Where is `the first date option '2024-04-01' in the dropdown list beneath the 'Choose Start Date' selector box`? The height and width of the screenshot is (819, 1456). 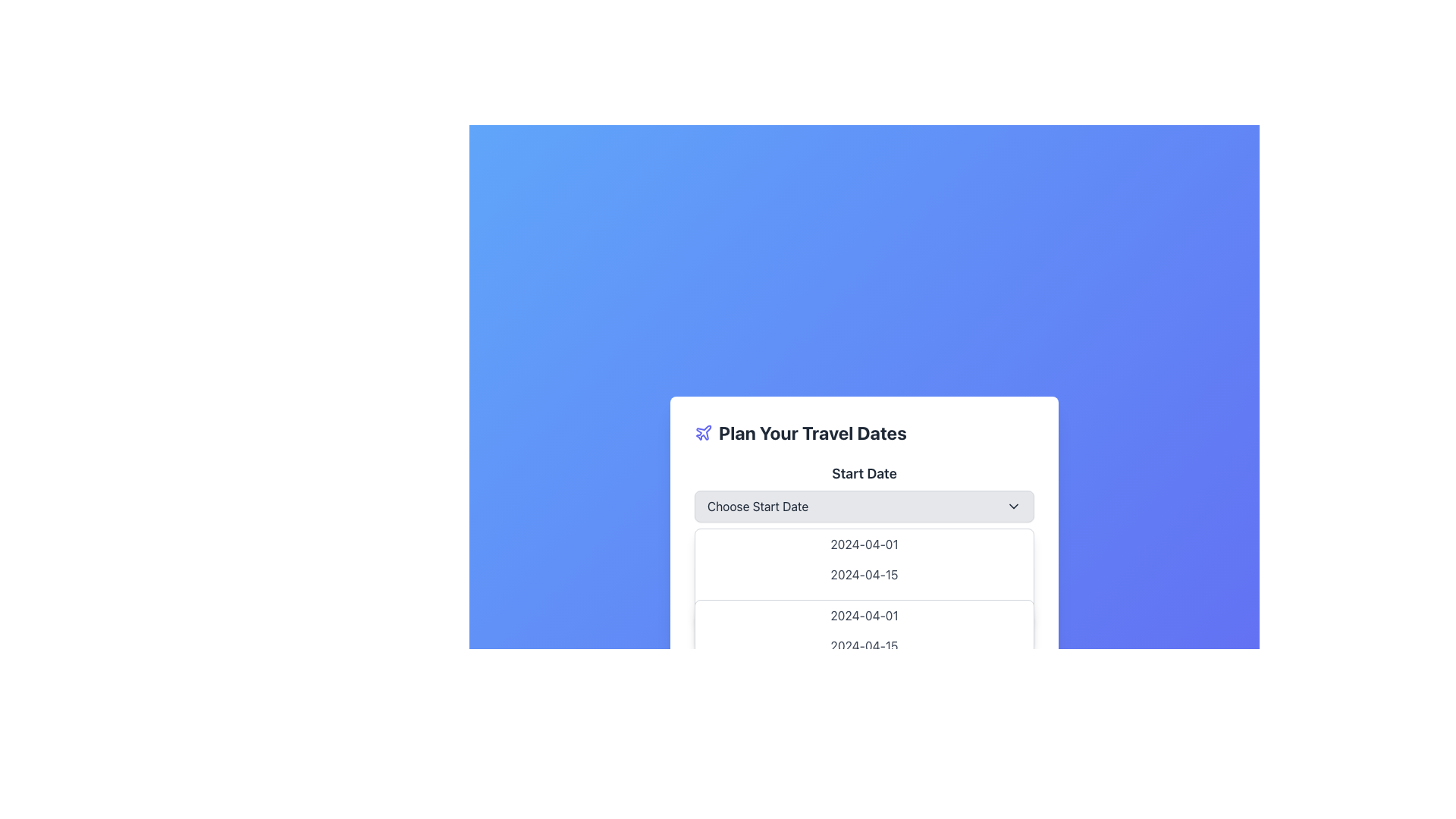
the first date option '2024-04-01' in the dropdown list beneath the 'Choose Start Date' selector box is located at coordinates (864, 543).